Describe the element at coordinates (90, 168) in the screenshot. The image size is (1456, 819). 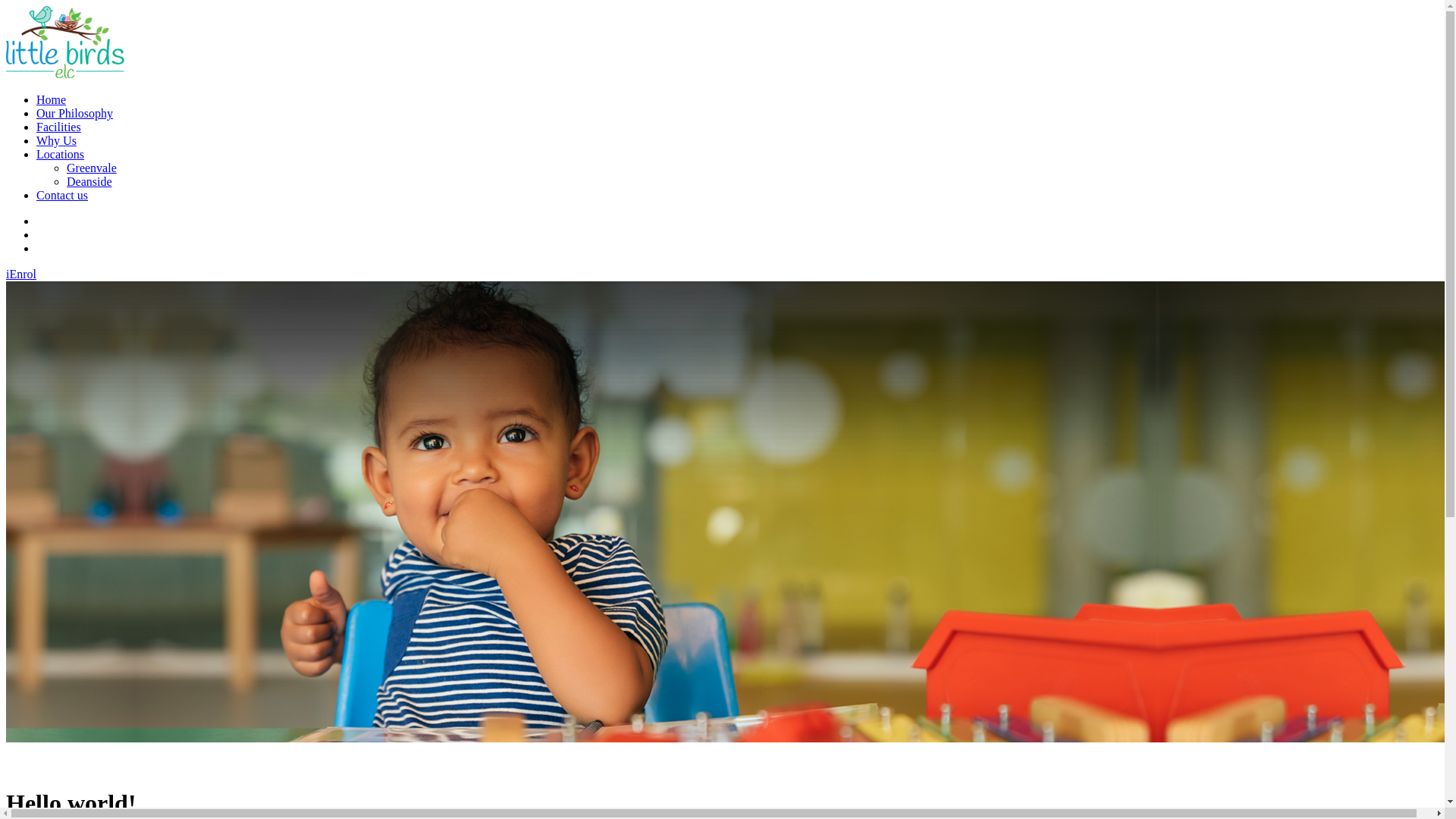
I see `'Greenvale'` at that location.